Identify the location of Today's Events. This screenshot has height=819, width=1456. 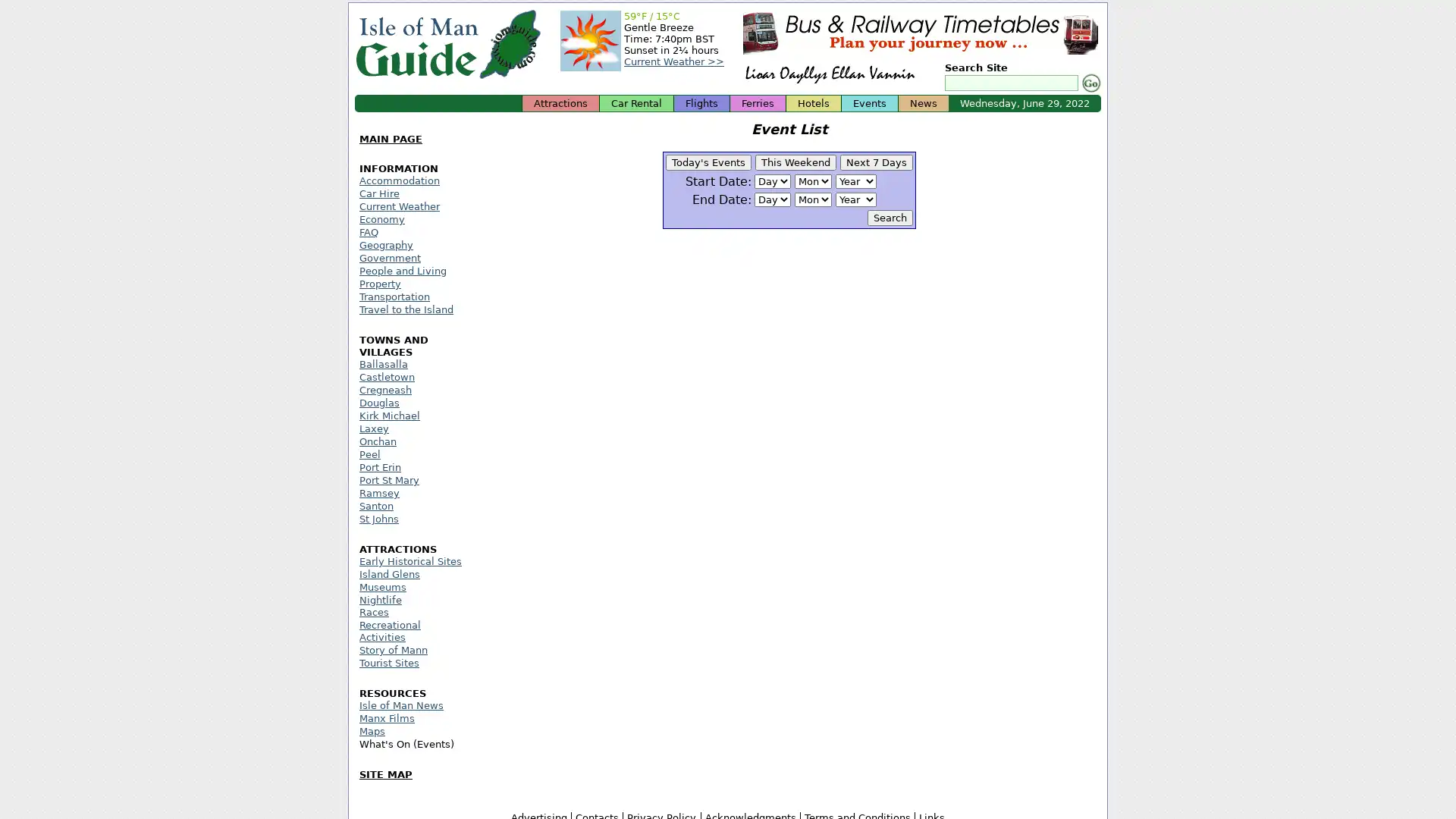
(708, 162).